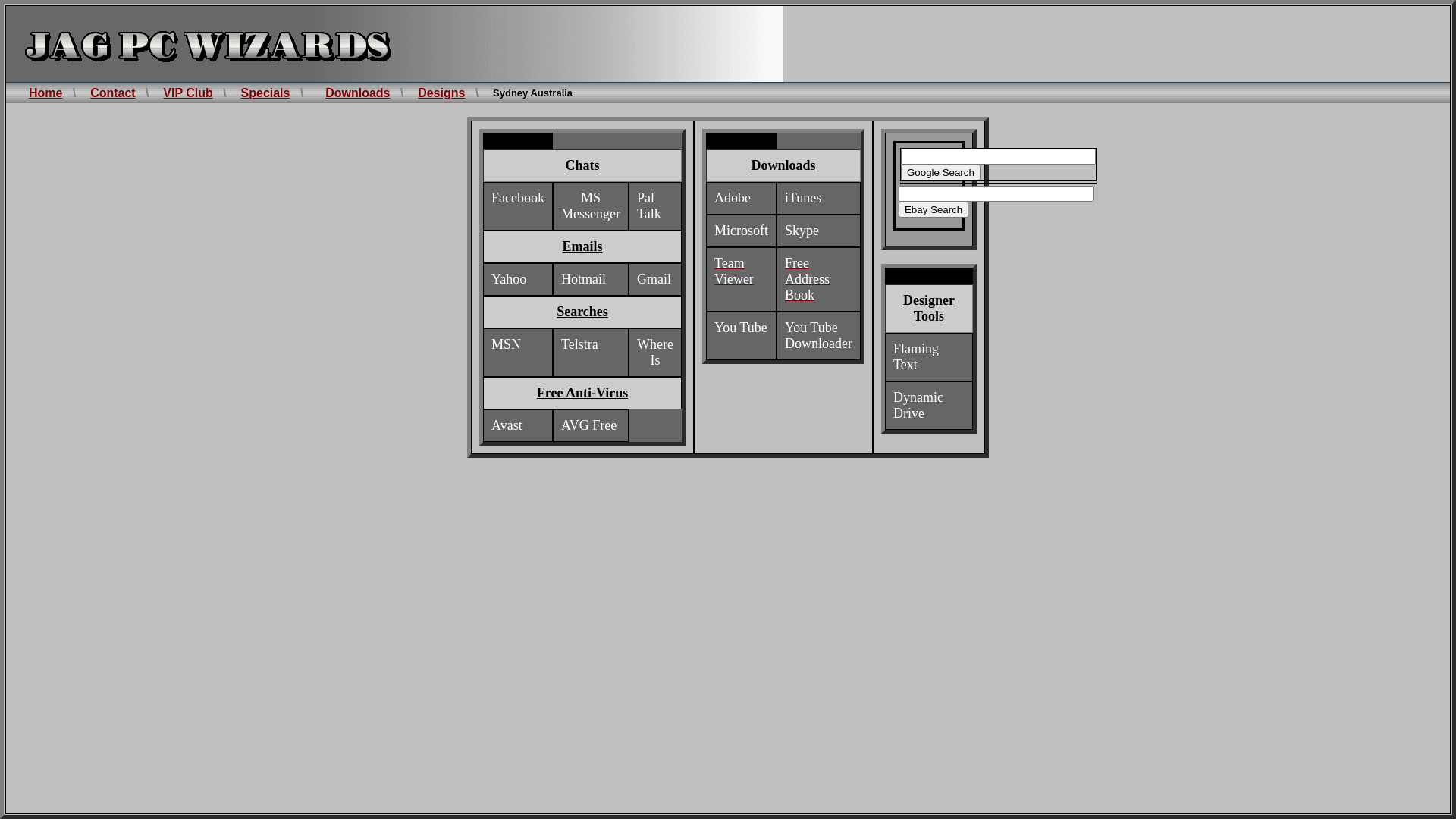 The width and height of the screenshot is (1456, 819). I want to click on 'Gmail', so click(654, 279).